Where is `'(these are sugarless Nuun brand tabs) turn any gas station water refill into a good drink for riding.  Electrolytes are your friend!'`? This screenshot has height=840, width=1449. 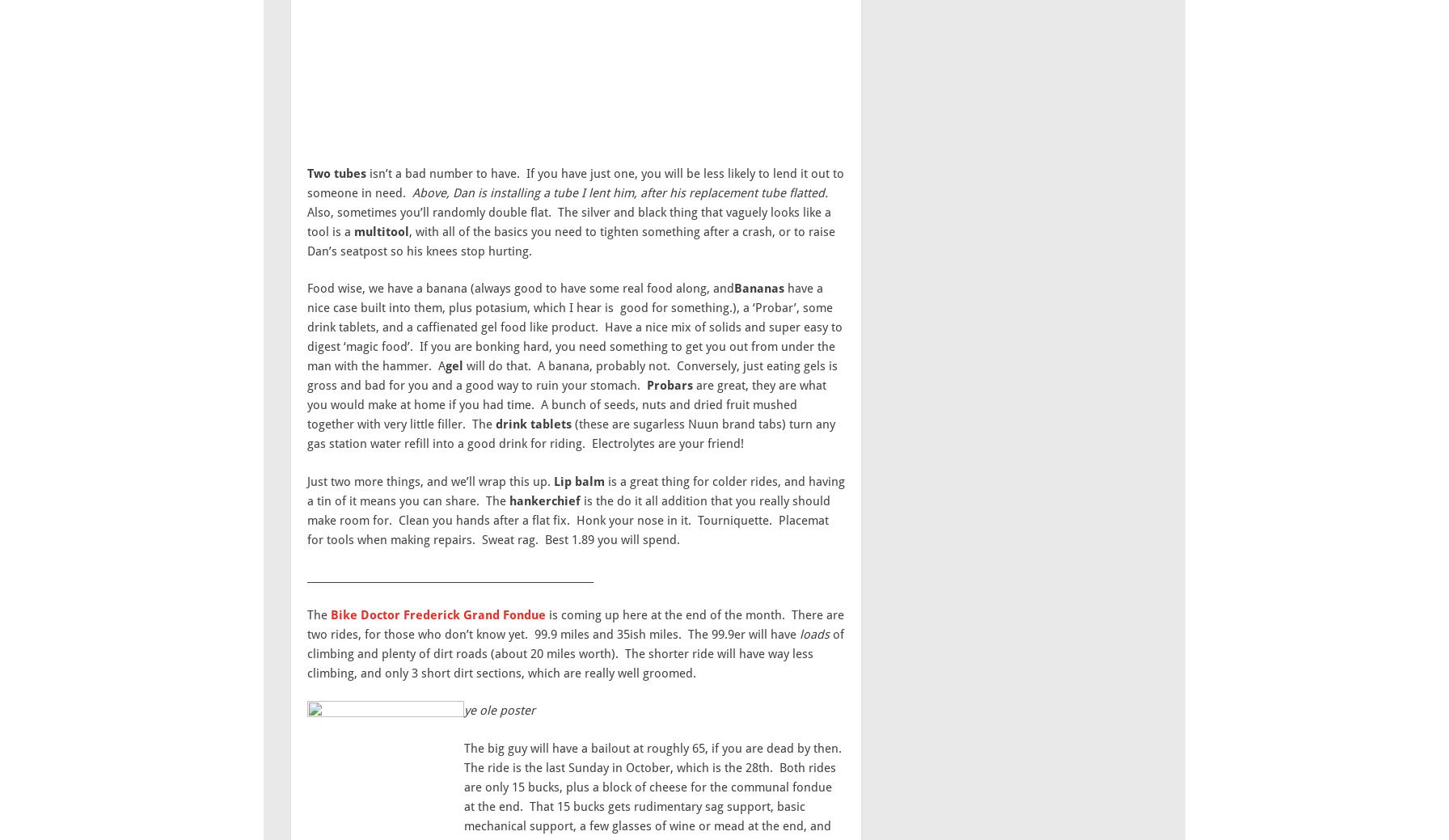 '(these are sugarless Nuun brand tabs) turn any gas station water refill into a good drink for riding.  Electrolytes are your friend!' is located at coordinates (571, 433).